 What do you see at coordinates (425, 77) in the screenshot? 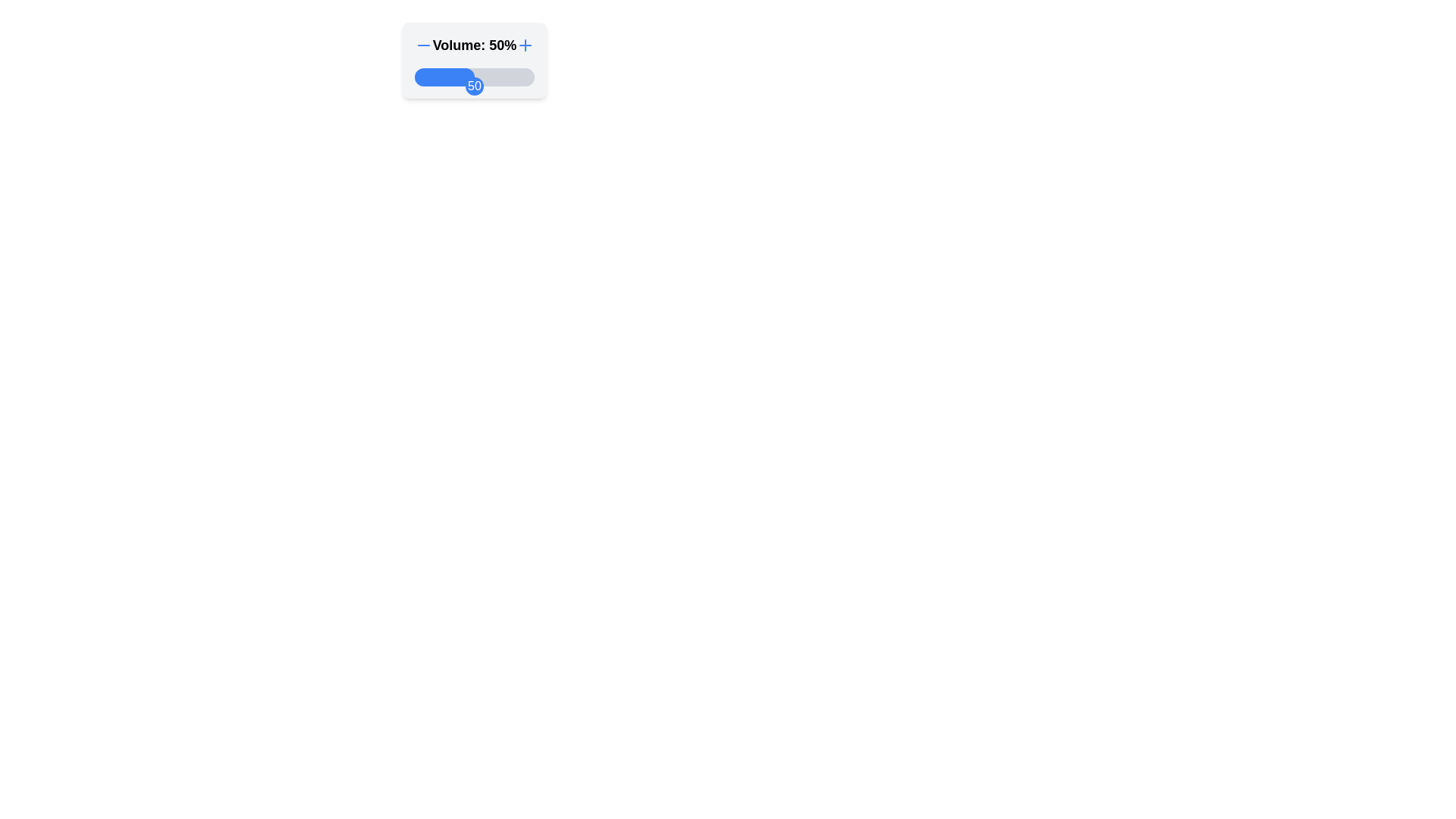
I see `the slider` at bounding box center [425, 77].